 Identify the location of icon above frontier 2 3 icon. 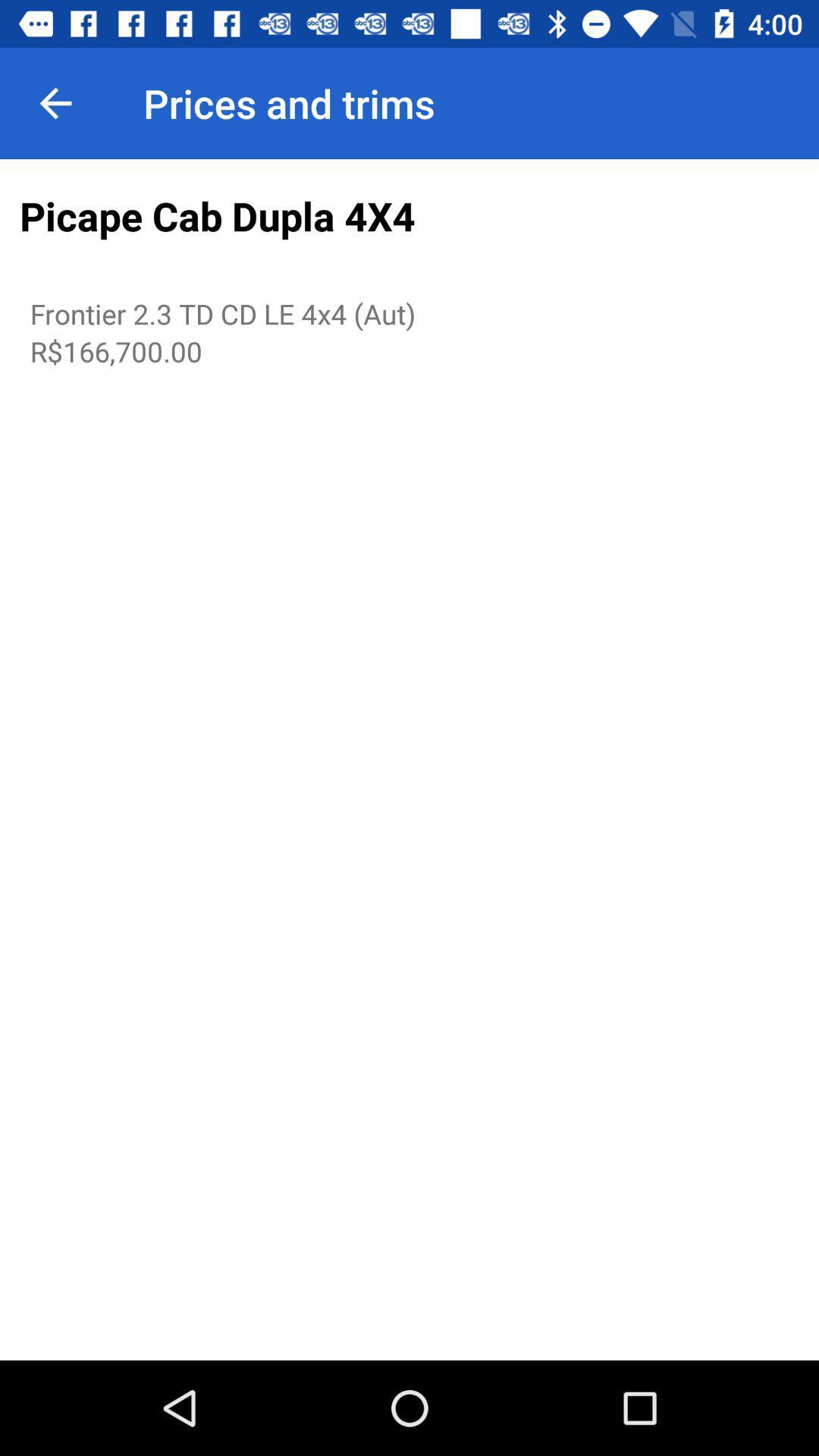
(409, 216).